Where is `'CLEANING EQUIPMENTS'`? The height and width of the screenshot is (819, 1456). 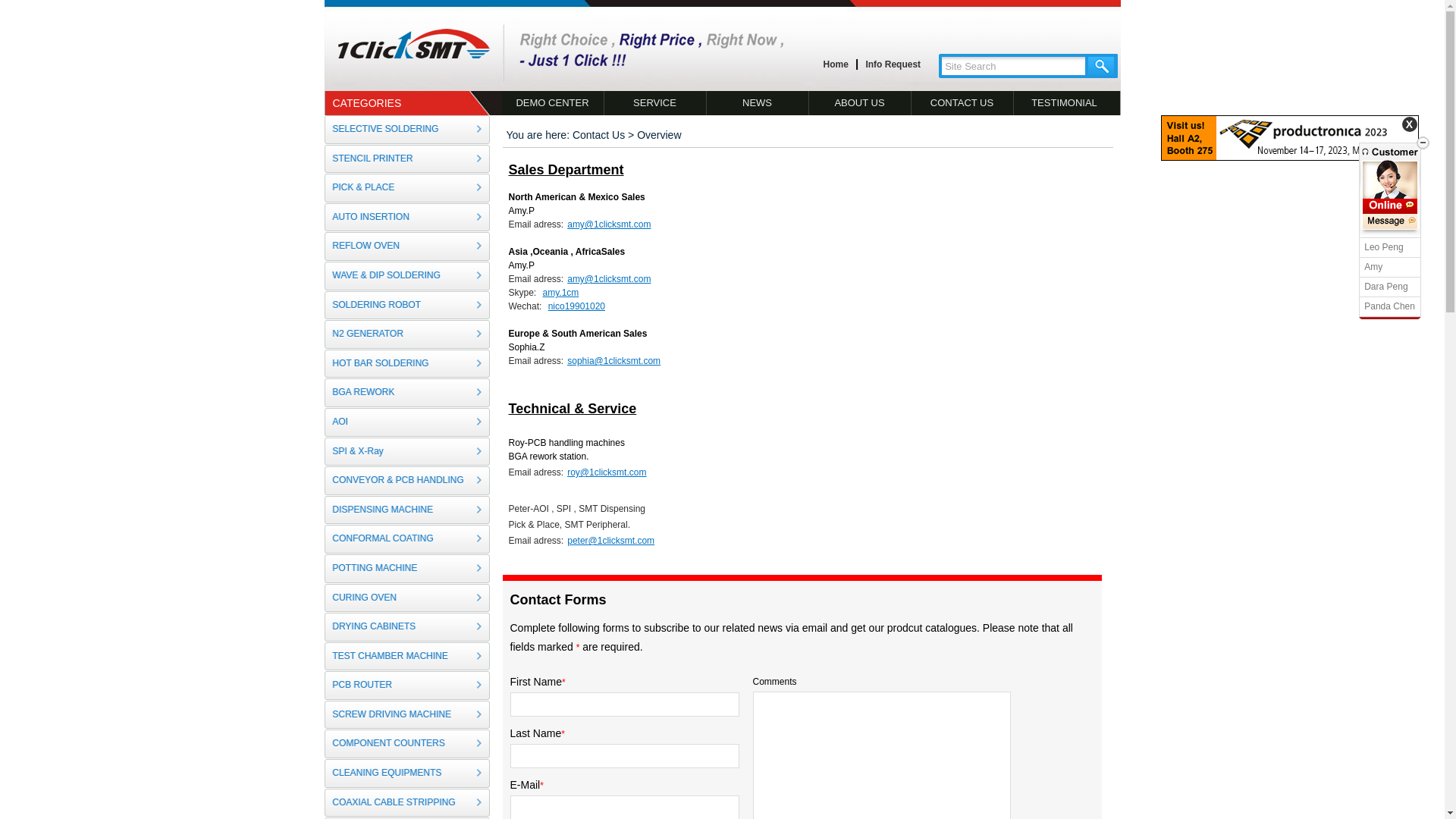 'CLEANING EQUIPMENTS' is located at coordinates (407, 773).